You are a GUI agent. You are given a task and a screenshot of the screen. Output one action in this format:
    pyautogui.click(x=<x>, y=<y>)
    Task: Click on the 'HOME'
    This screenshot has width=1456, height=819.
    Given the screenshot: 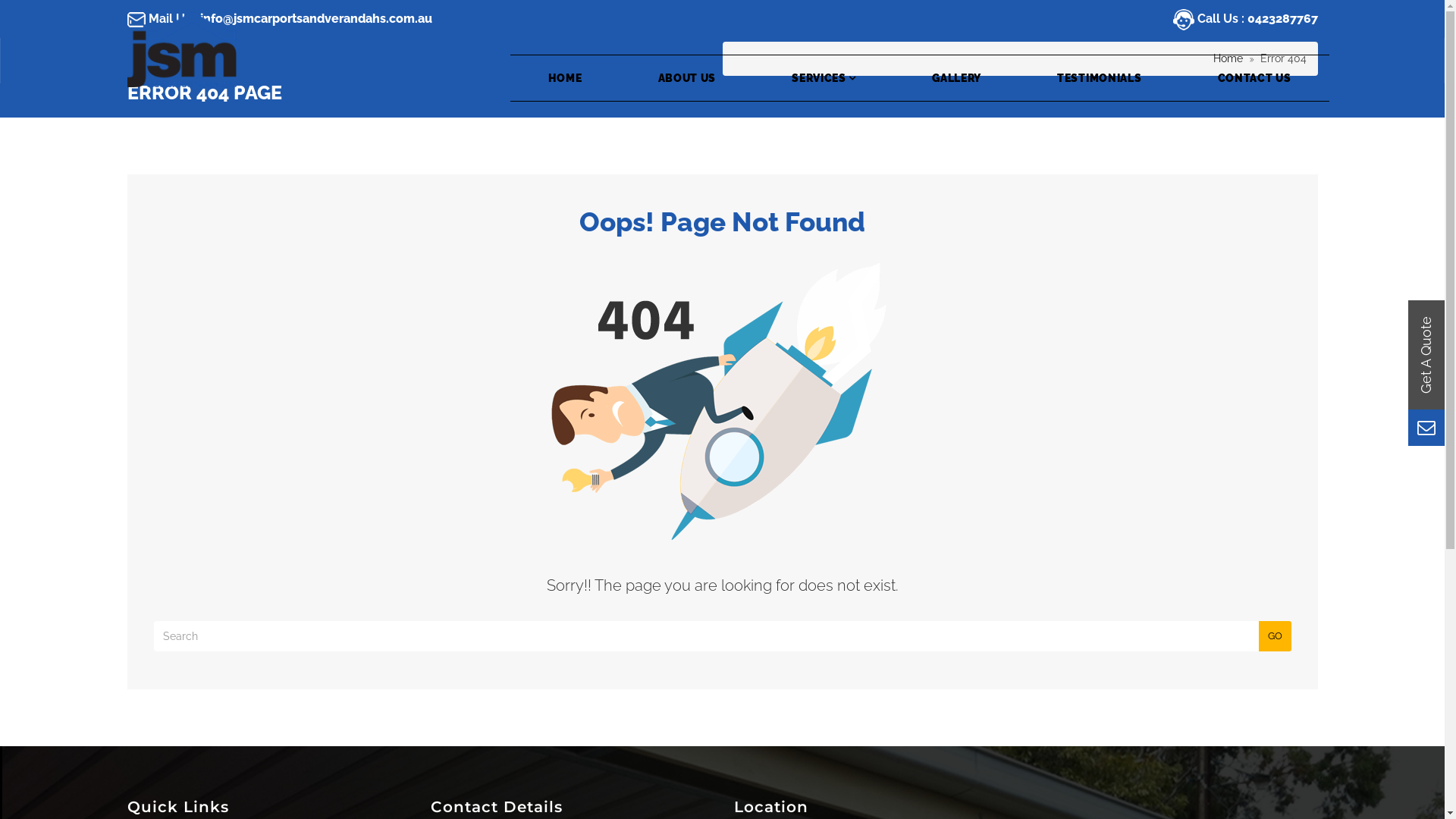 What is the action you would take?
    pyautogui.click(x=564, y=78)
    